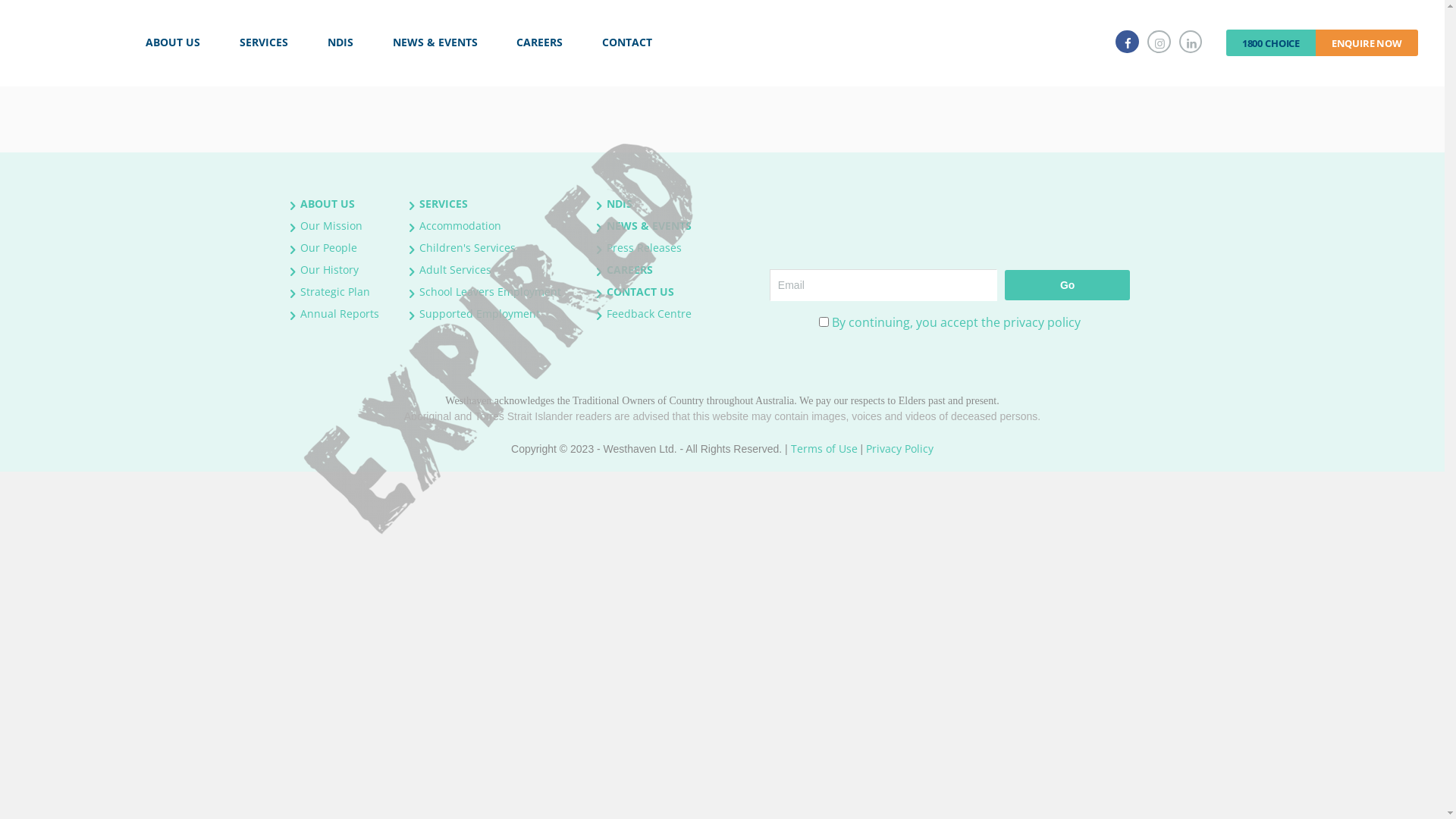 Image resolution: width=1456 pixels, height=819 pixels. I want to click on 'NEWS & EVENTS', so click(435, 42).